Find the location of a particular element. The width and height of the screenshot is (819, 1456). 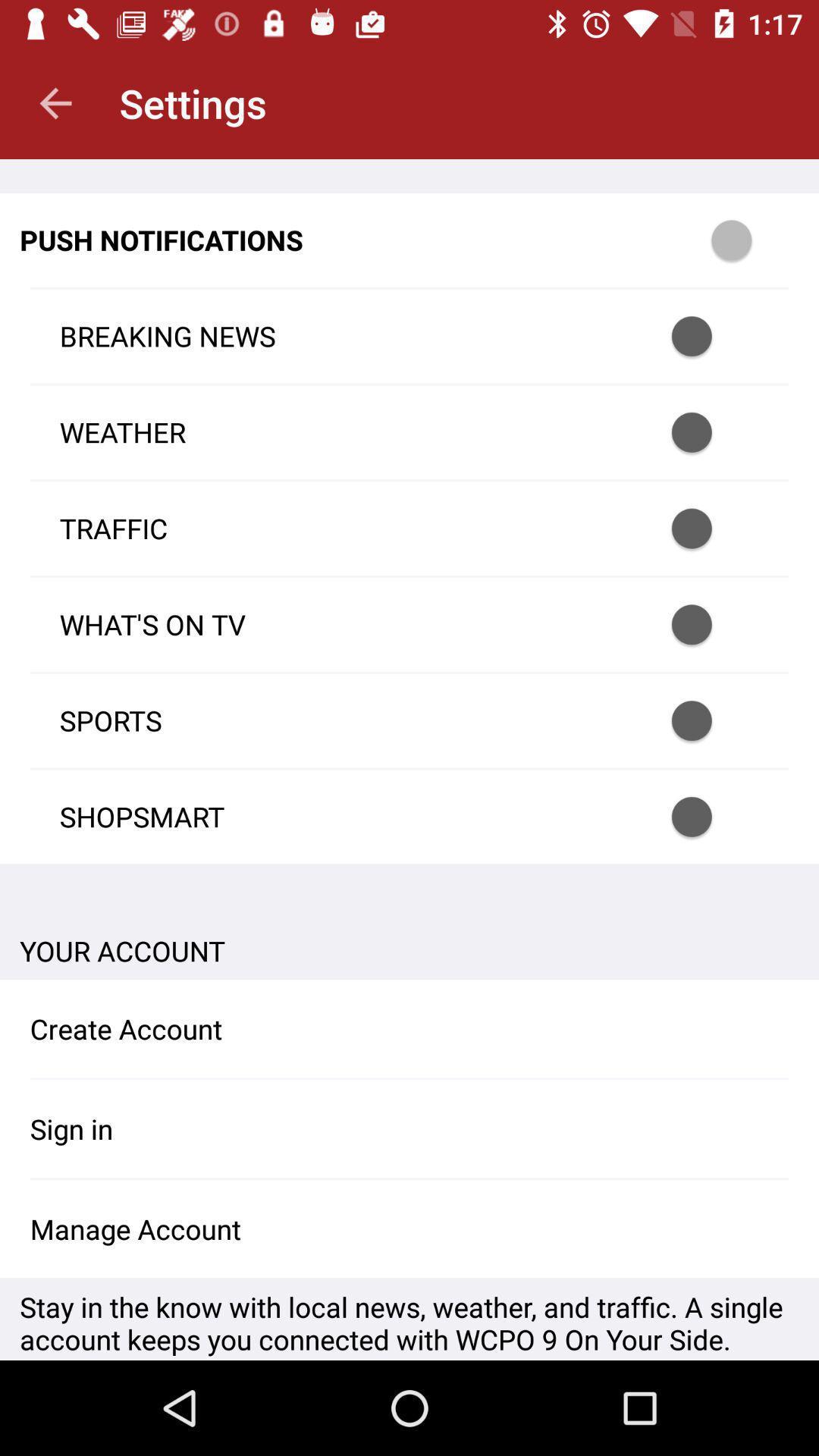

push notifications is located at coordinates (711, 529).